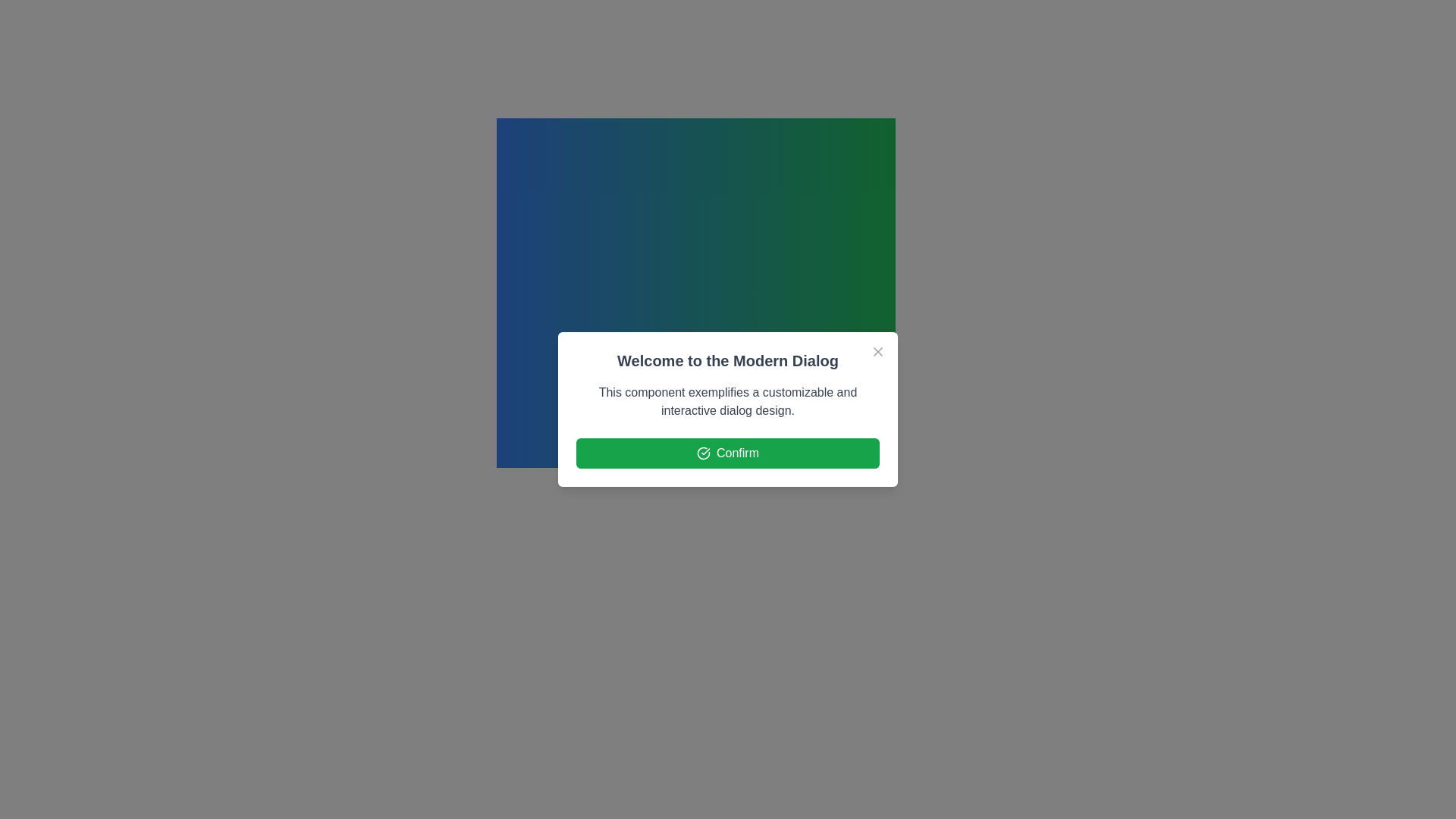  What do you see at coordinates (702, 452) in the screenshot?
I see `the green confirmation icon with a checkmark inside, located to the left of the 'Confirm' button text` at bounding box center [702, 452].